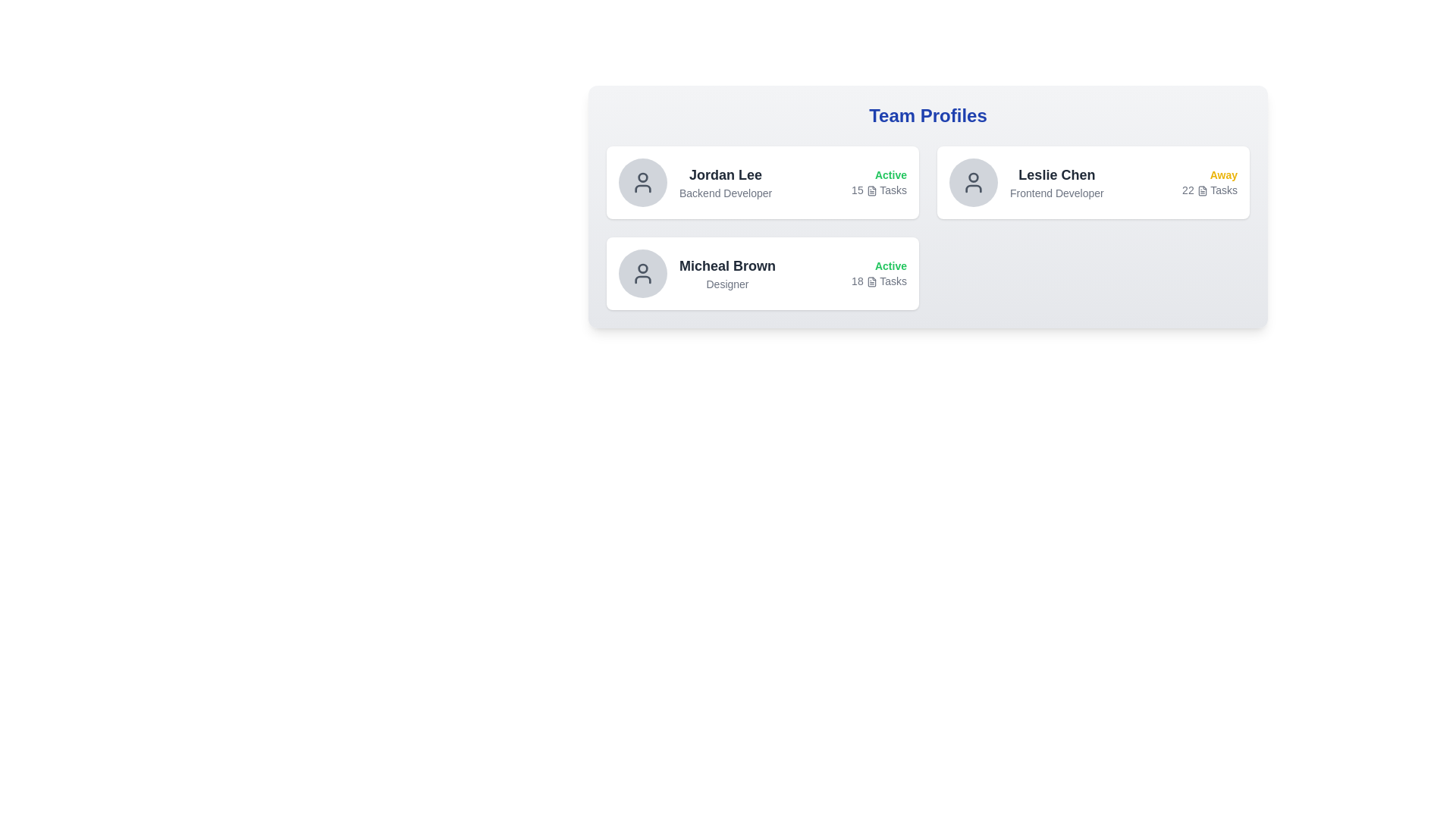  What do you see at coordinates (1169, 181) in the screenshot?
I see `the Status and Task Information Display showing 'Away' and '22 Tasks' for the profile of 'Leslie Chen, Frontend Developer'` at bounding box center [1169, 181].